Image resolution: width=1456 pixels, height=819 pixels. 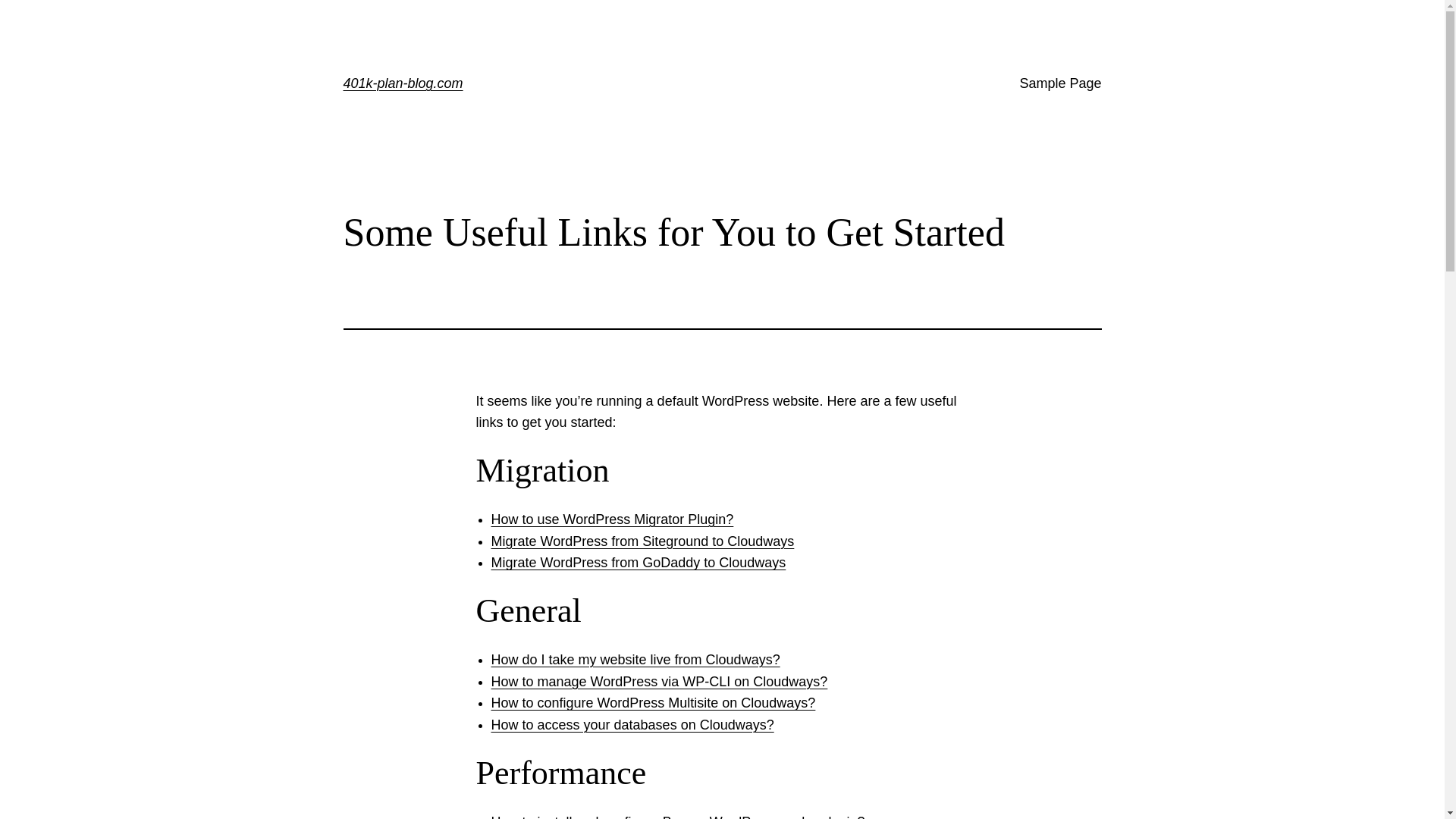 I want to click on 'Migrate WordPress from Siteground to Cloudways', so click(x=643, y=540).